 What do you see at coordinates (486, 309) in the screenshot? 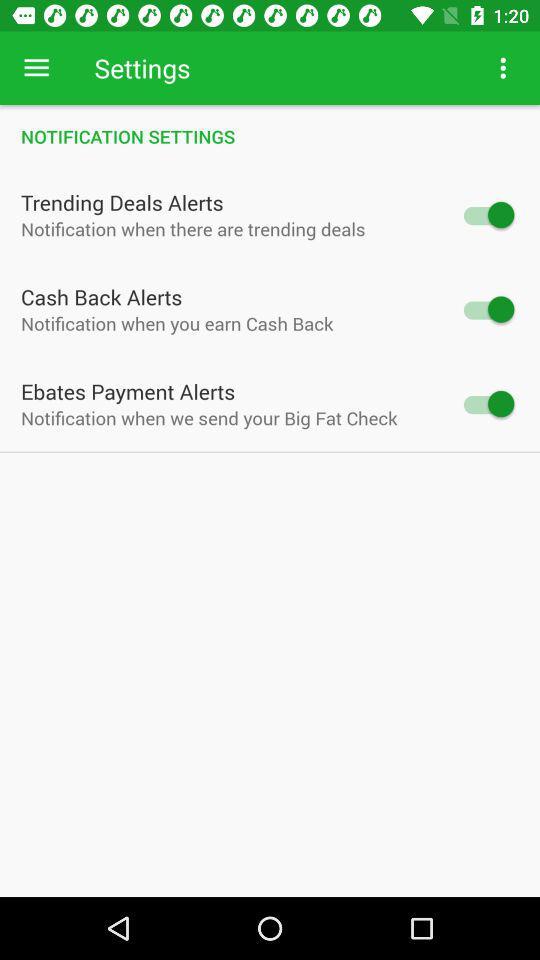
I see `mark off` at bounding box center [486, 309].